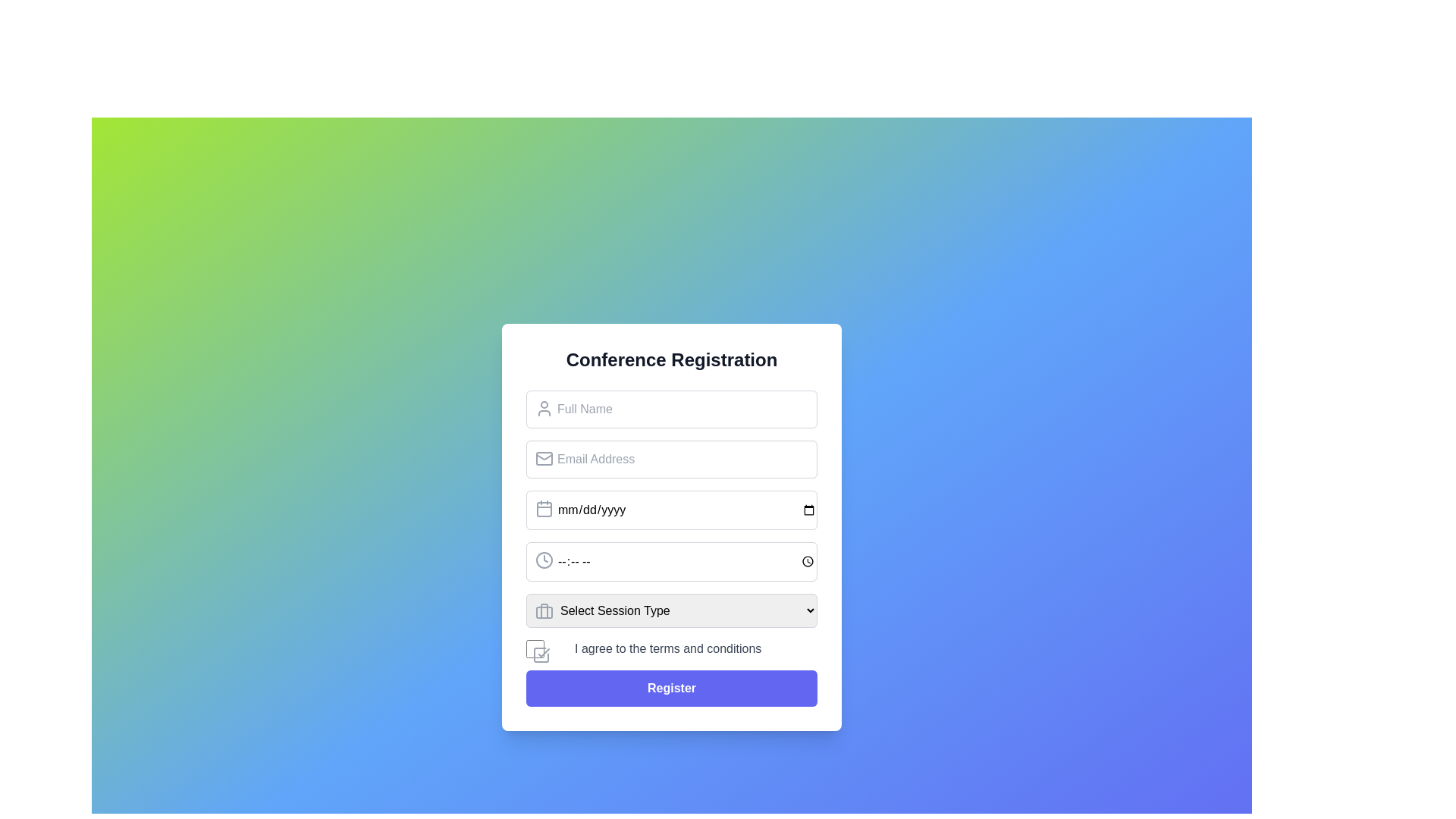 This screenshot has height=819, width=1456. I want to click on the rectangular shape within the envelope icon located to the left of the 'Email Address' input field, so click(544, 457).